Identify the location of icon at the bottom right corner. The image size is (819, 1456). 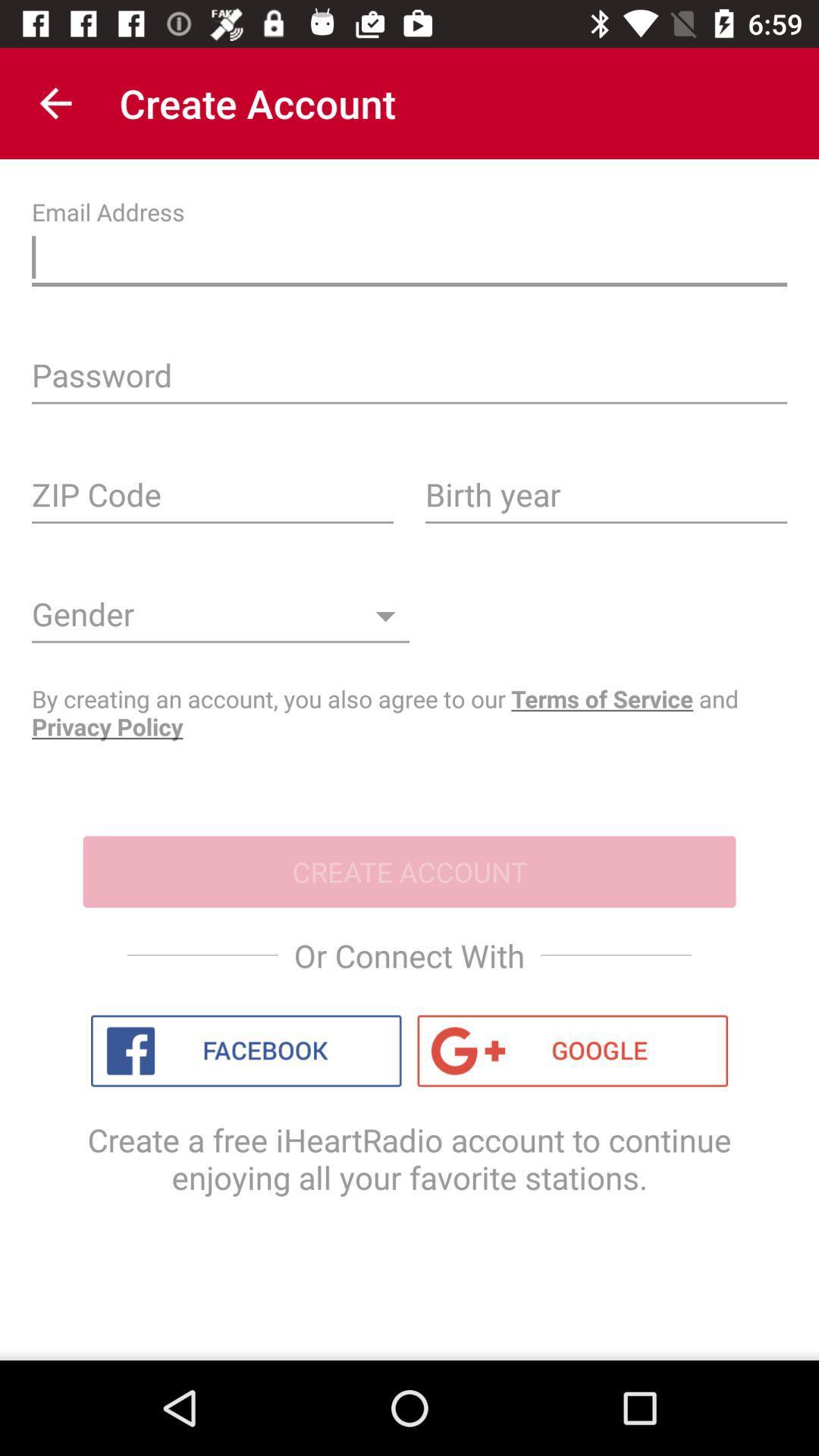
(573, 1050).